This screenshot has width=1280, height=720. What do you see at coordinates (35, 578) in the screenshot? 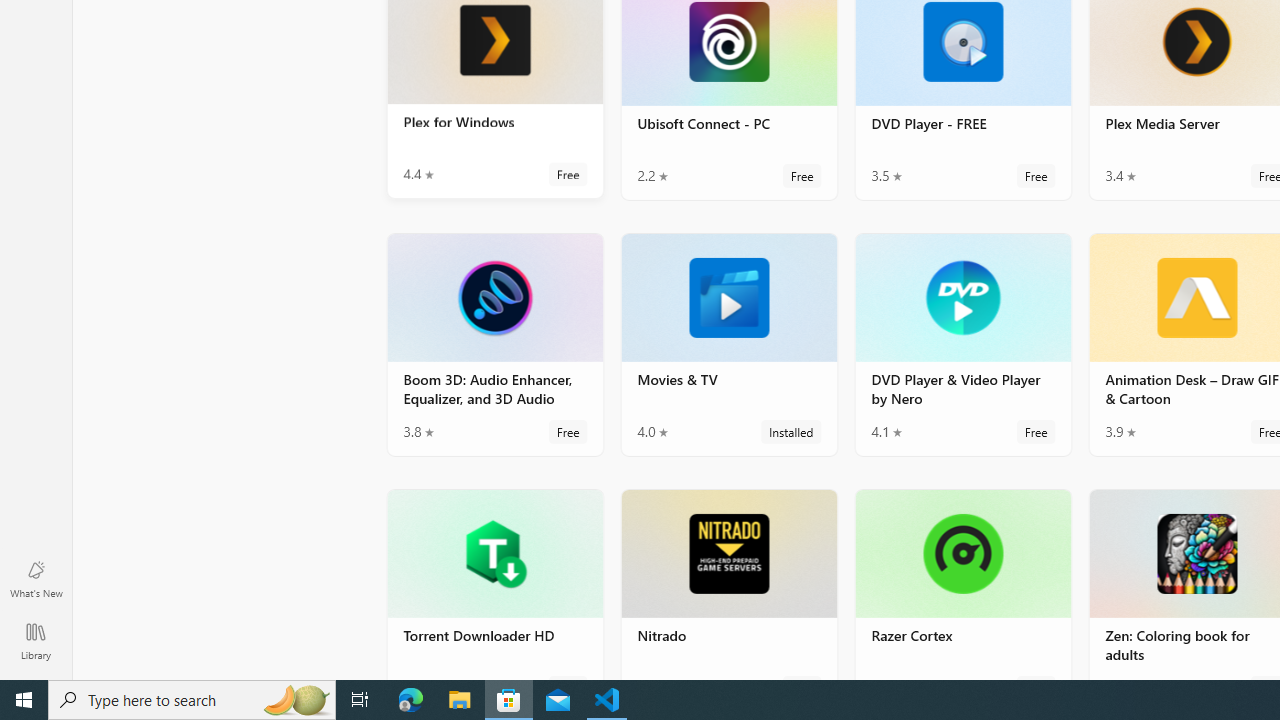
I see `'What'` at bounding box center [35, 578].